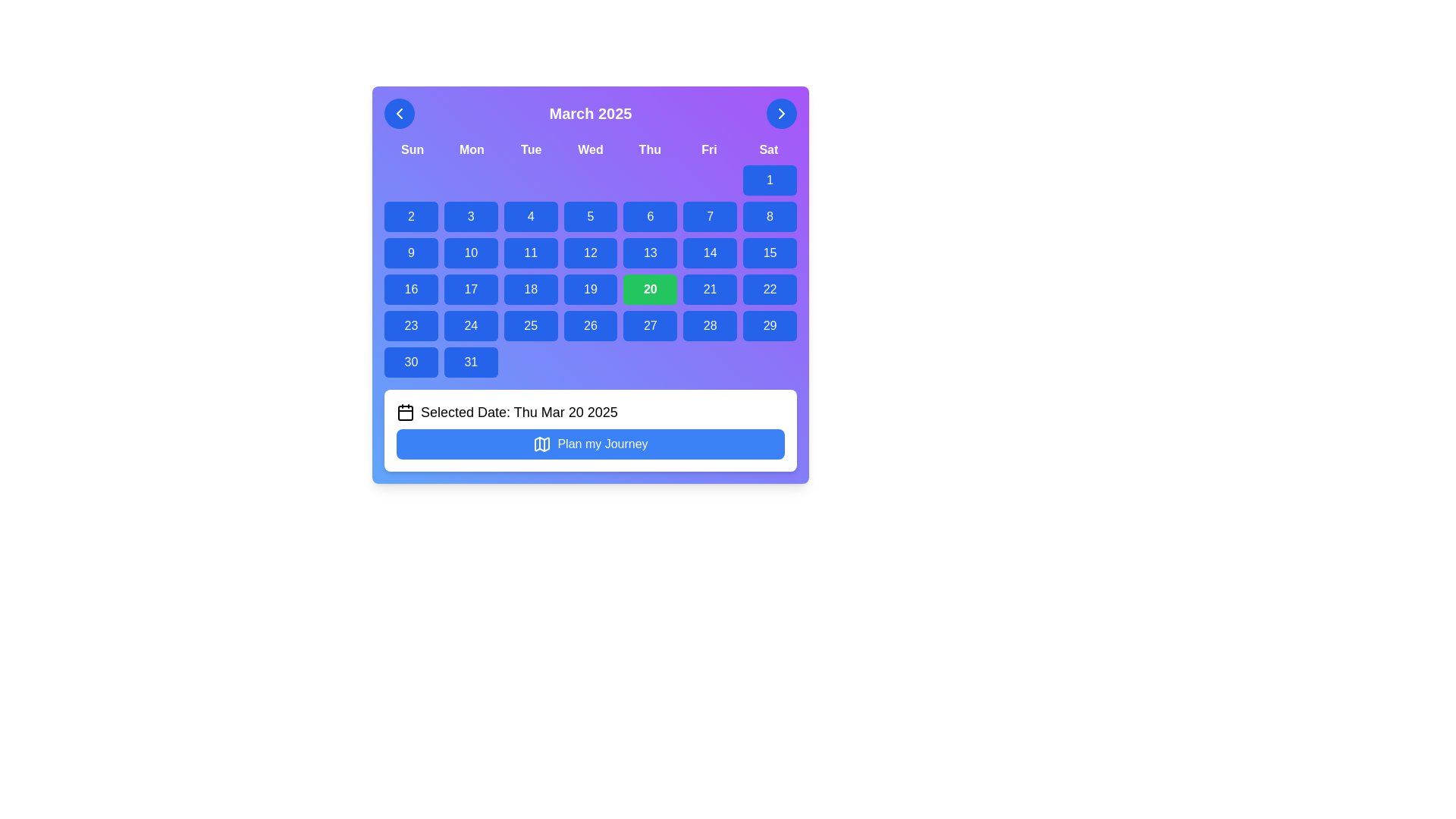 This screenshot has width=1456, height=819. What do you see at coordinates (589, 325) in the screenshot?
I see `the button representing the 26th of the month in the calendar` at bounding box center [589, 325].